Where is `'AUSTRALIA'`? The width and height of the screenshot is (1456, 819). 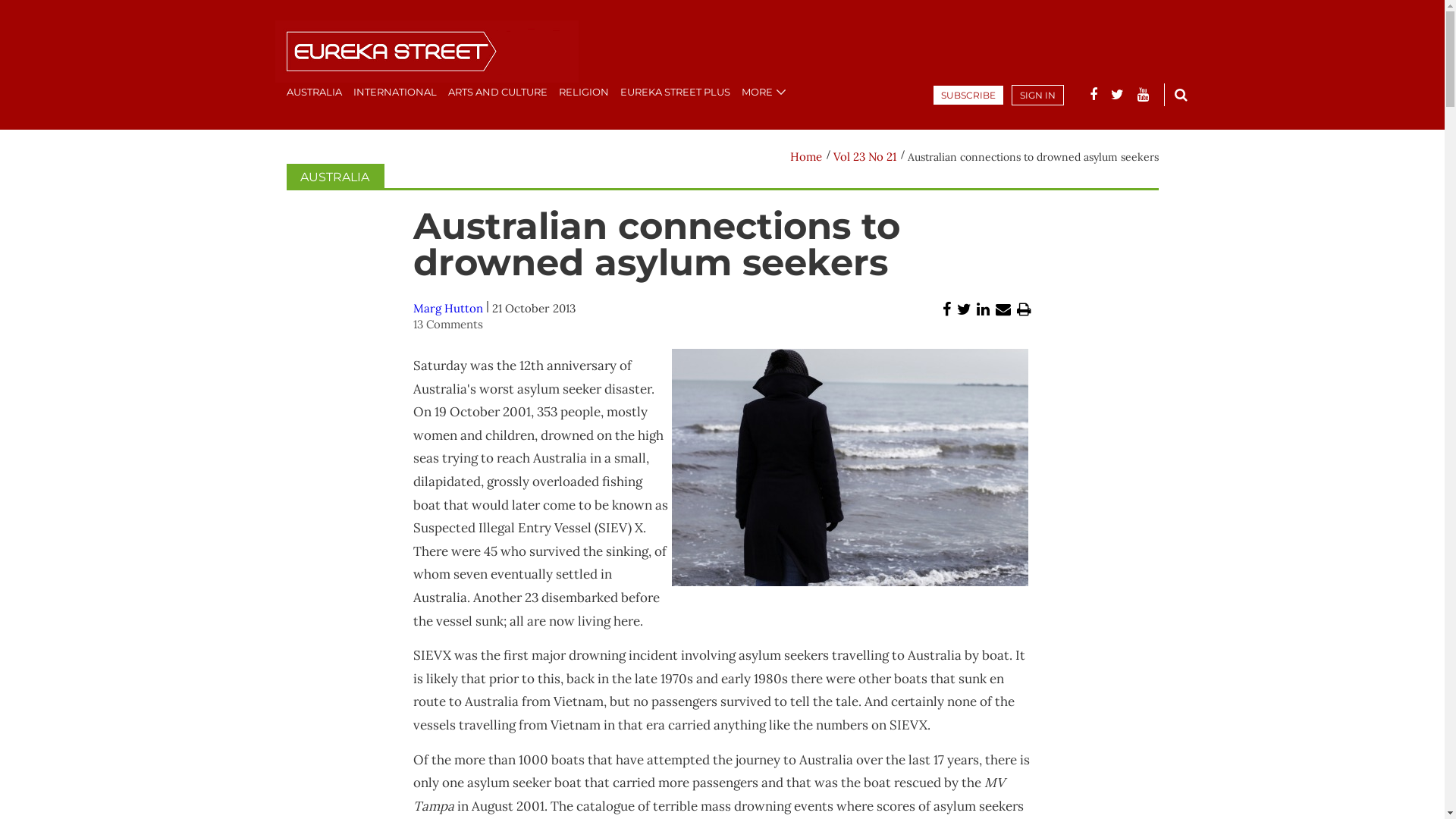 'AUSTRALIA' is located at coordinates (334, 176).